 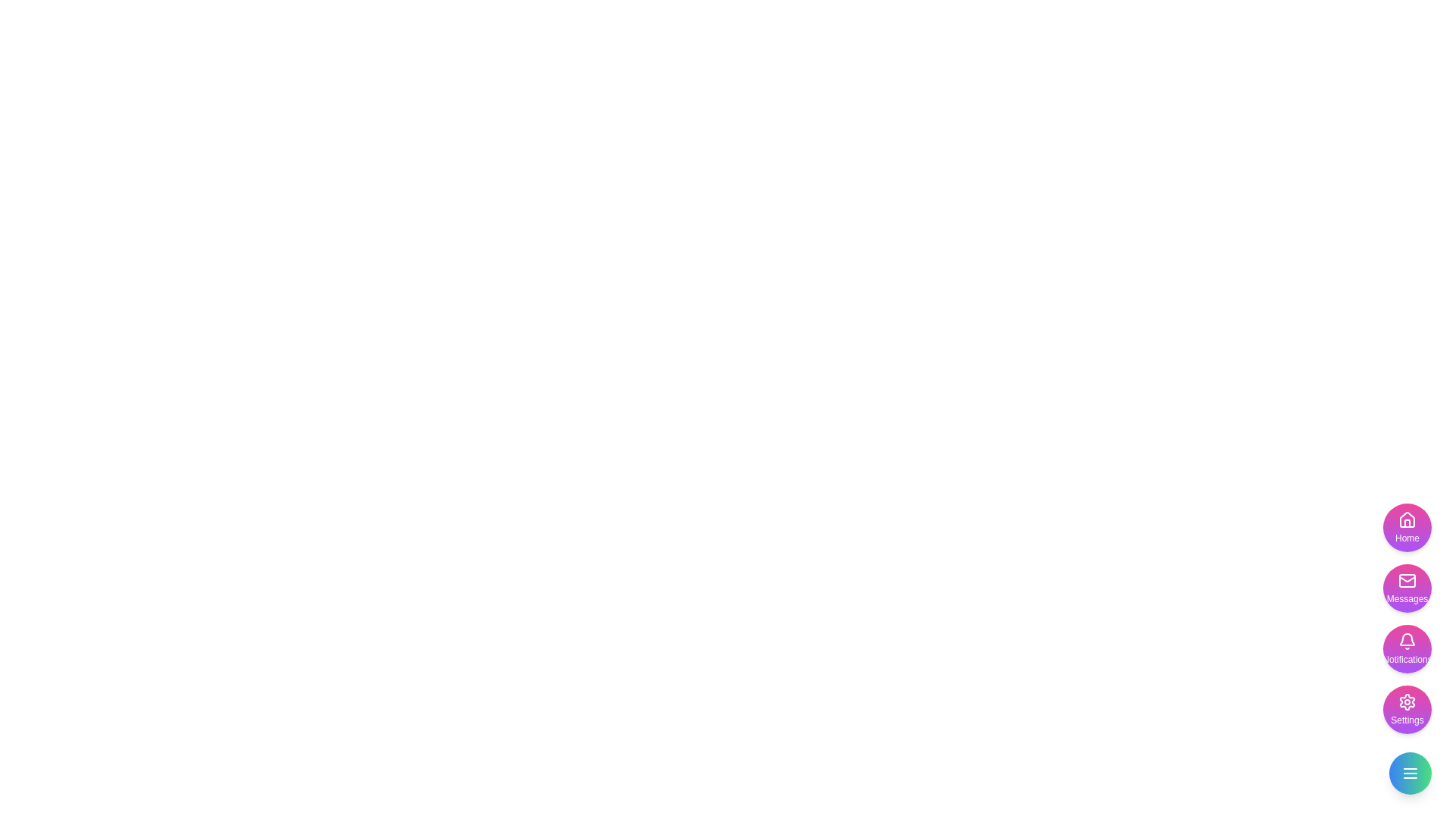 I want to click on the notifications button located in the bottom-right corner of the interface, positioned between the 'Messages' button and the 'Settings' button, so click(x=1407, y=619).